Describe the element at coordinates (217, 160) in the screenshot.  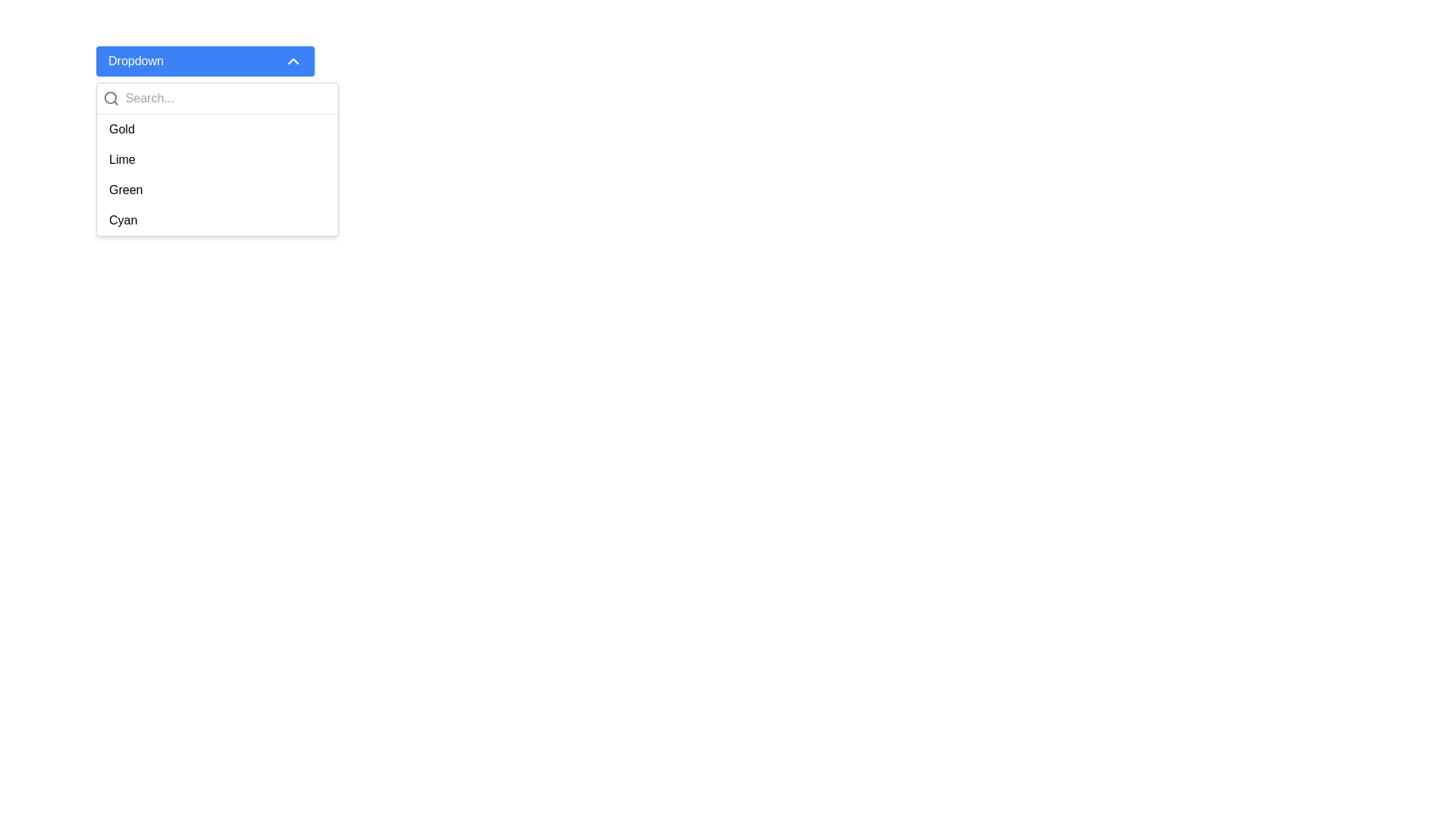
I see `the 'Lime' option in the dropdown menu` at that location.